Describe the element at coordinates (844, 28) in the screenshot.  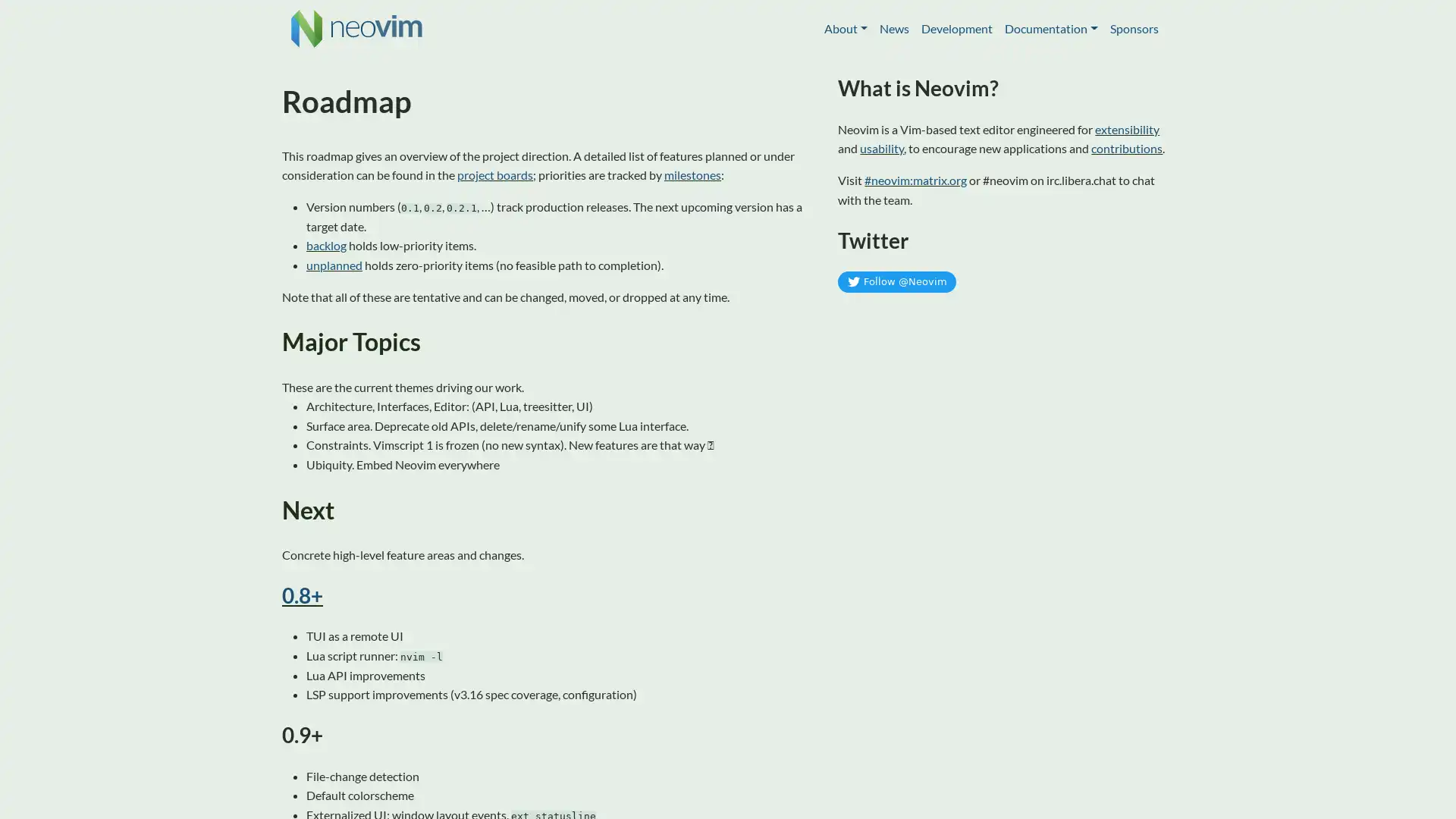
I see `About` at that location.